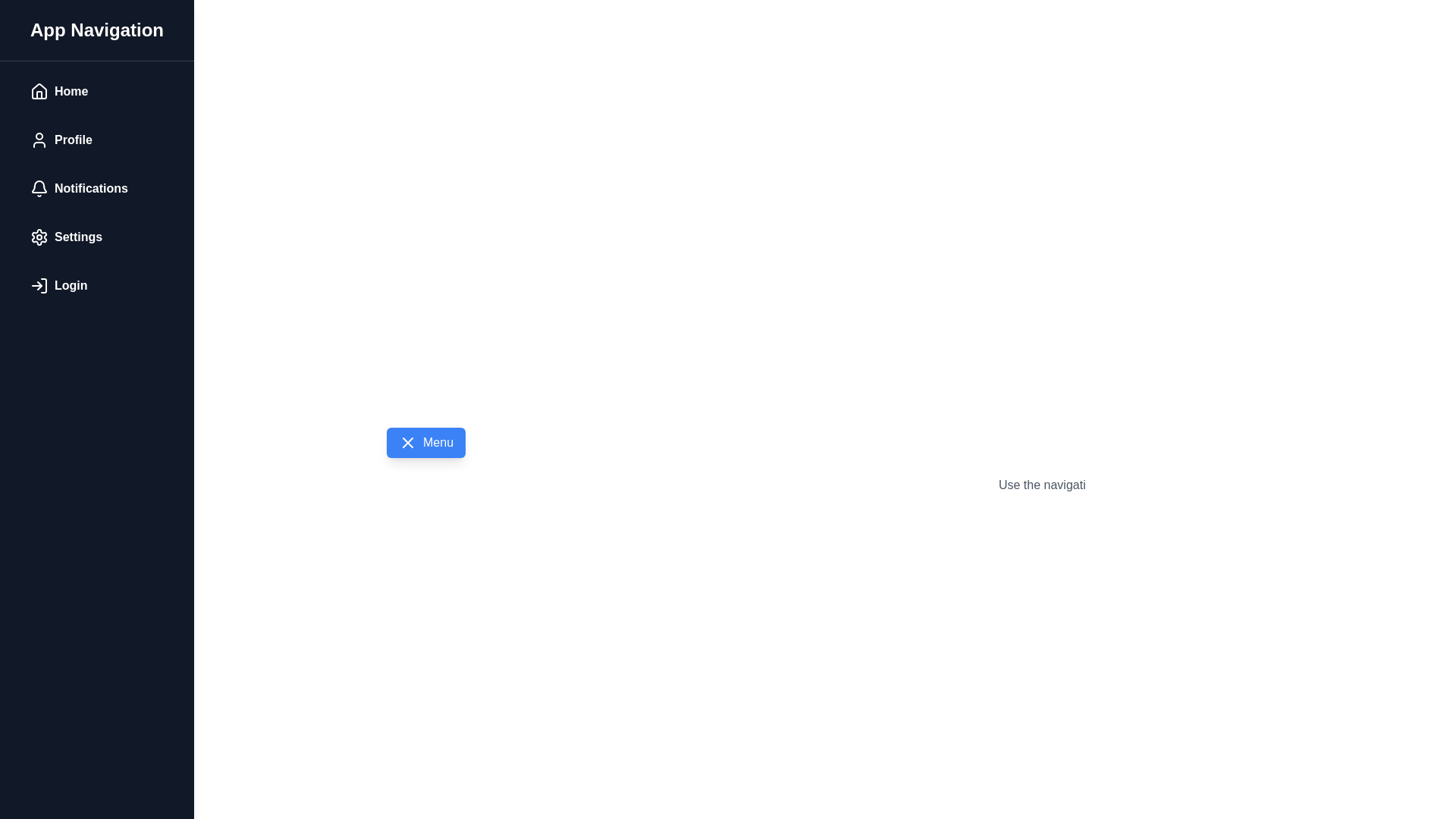  I want to click on the 'X' vector icon located on the left side of the blue 'Menu' button, which has rounded corners and a shadow effect, so click(407, 442).